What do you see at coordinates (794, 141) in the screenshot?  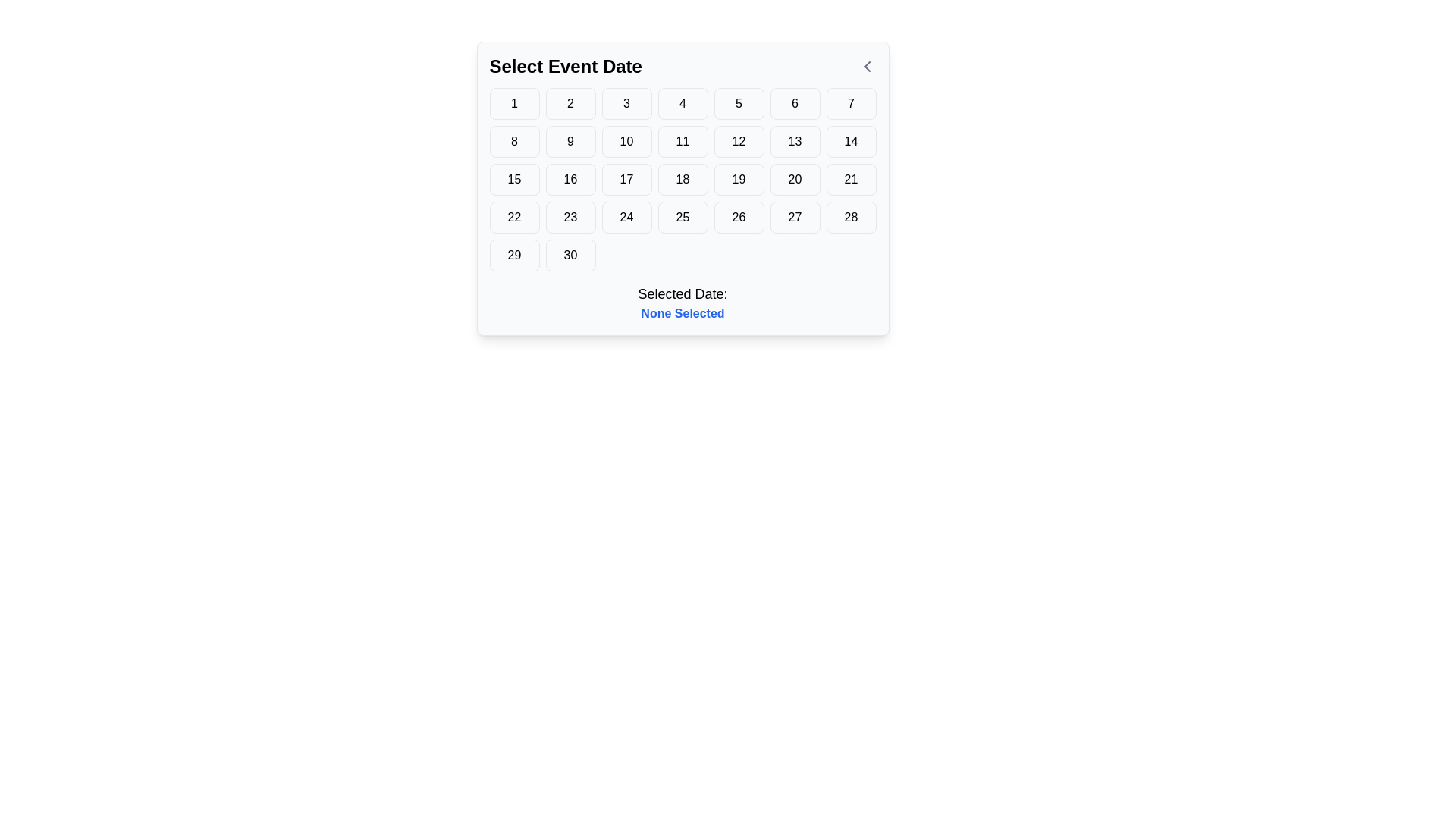 I see `the button displaying the number '13' to activate keyboard navigation` at bounding box center [794, 141].